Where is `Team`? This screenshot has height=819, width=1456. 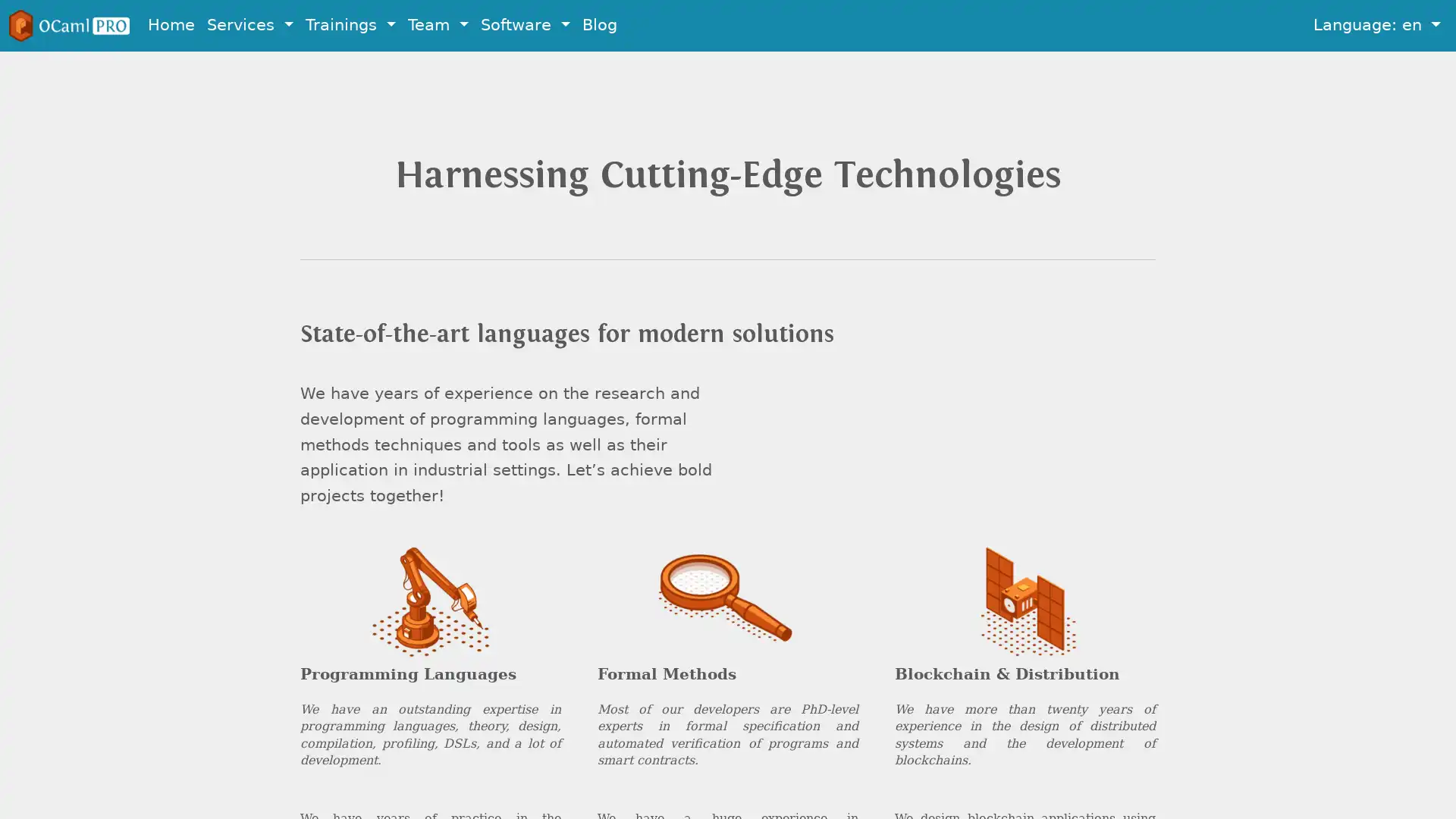 Team is located at coordinates (437, 25).